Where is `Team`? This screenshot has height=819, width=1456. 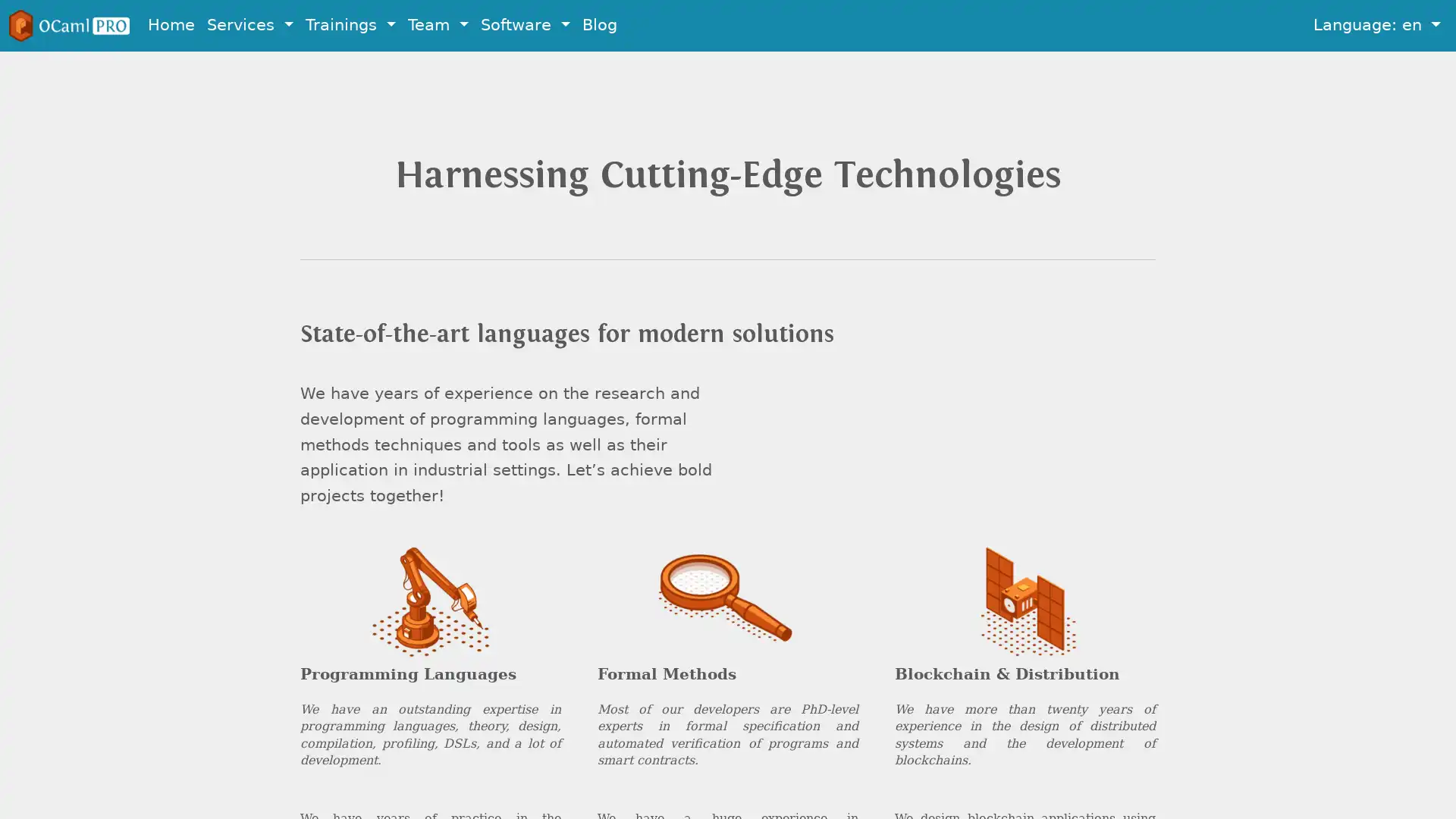 Team is located at coordinates (437, 25).